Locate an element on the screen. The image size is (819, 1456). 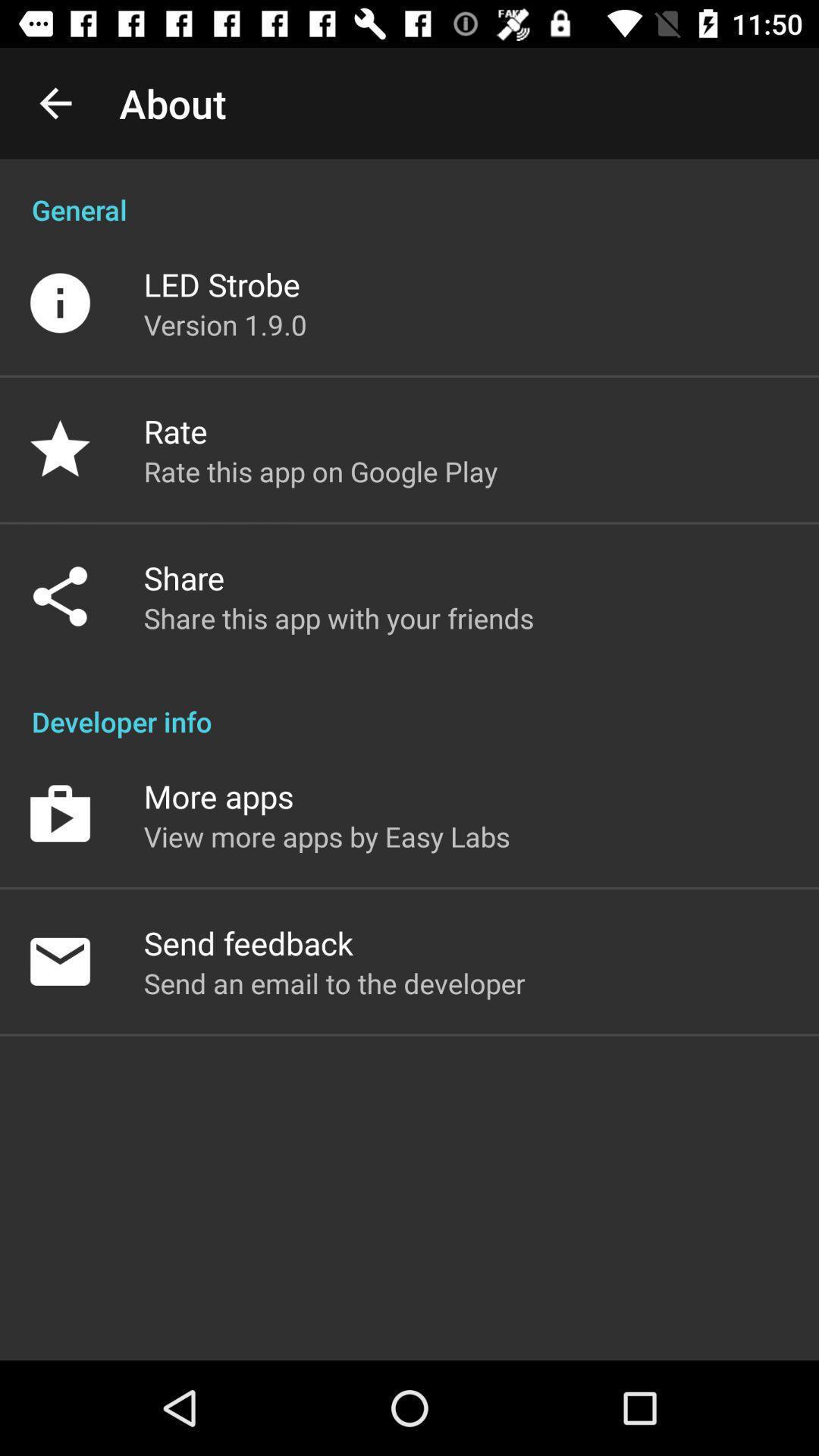
go back is located at coordinates (55, 102).